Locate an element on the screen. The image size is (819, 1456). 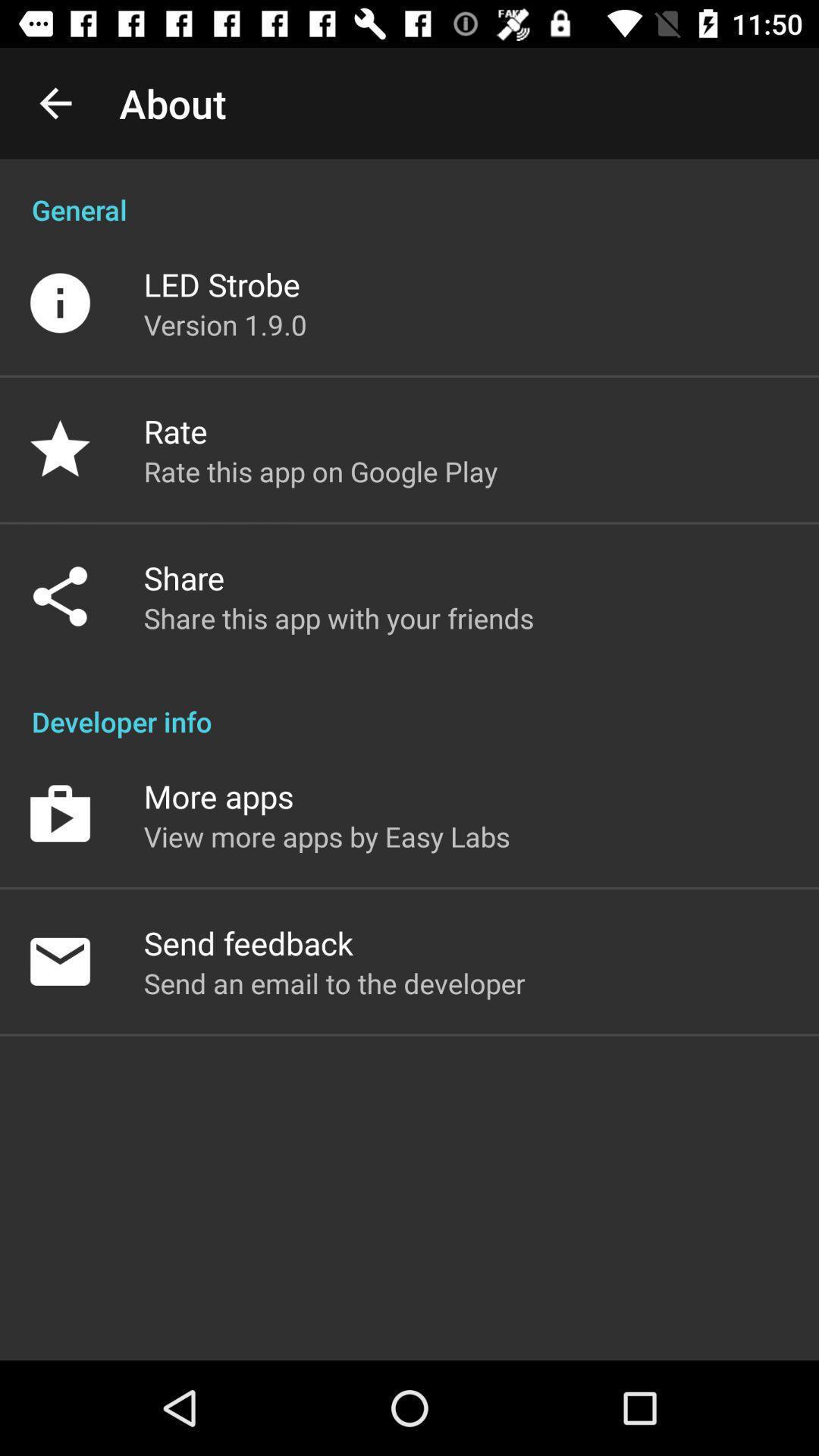
go back is located at coordinates (55, 102).